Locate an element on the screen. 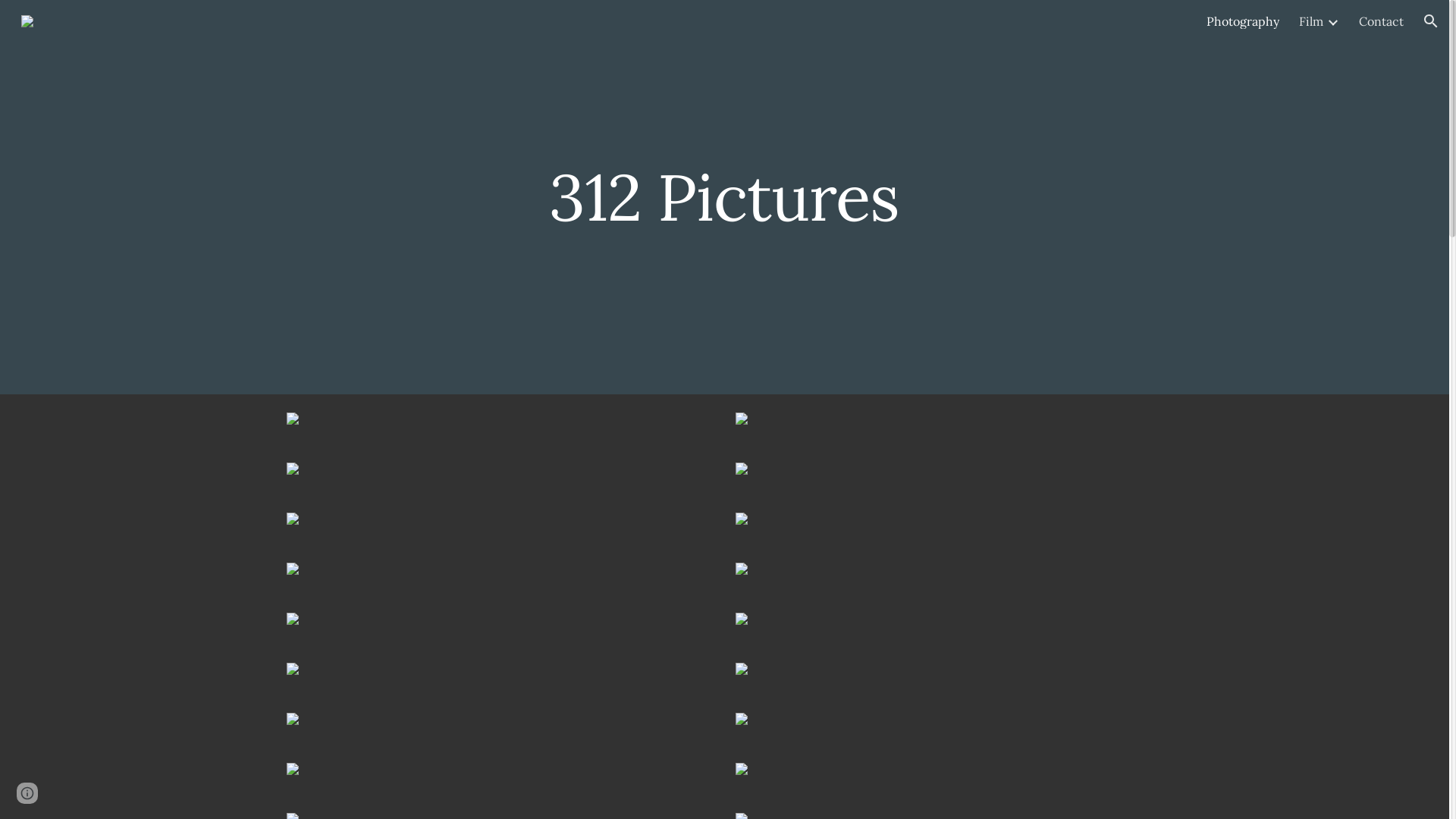  'Film' is located at coordinates (1310, 20).